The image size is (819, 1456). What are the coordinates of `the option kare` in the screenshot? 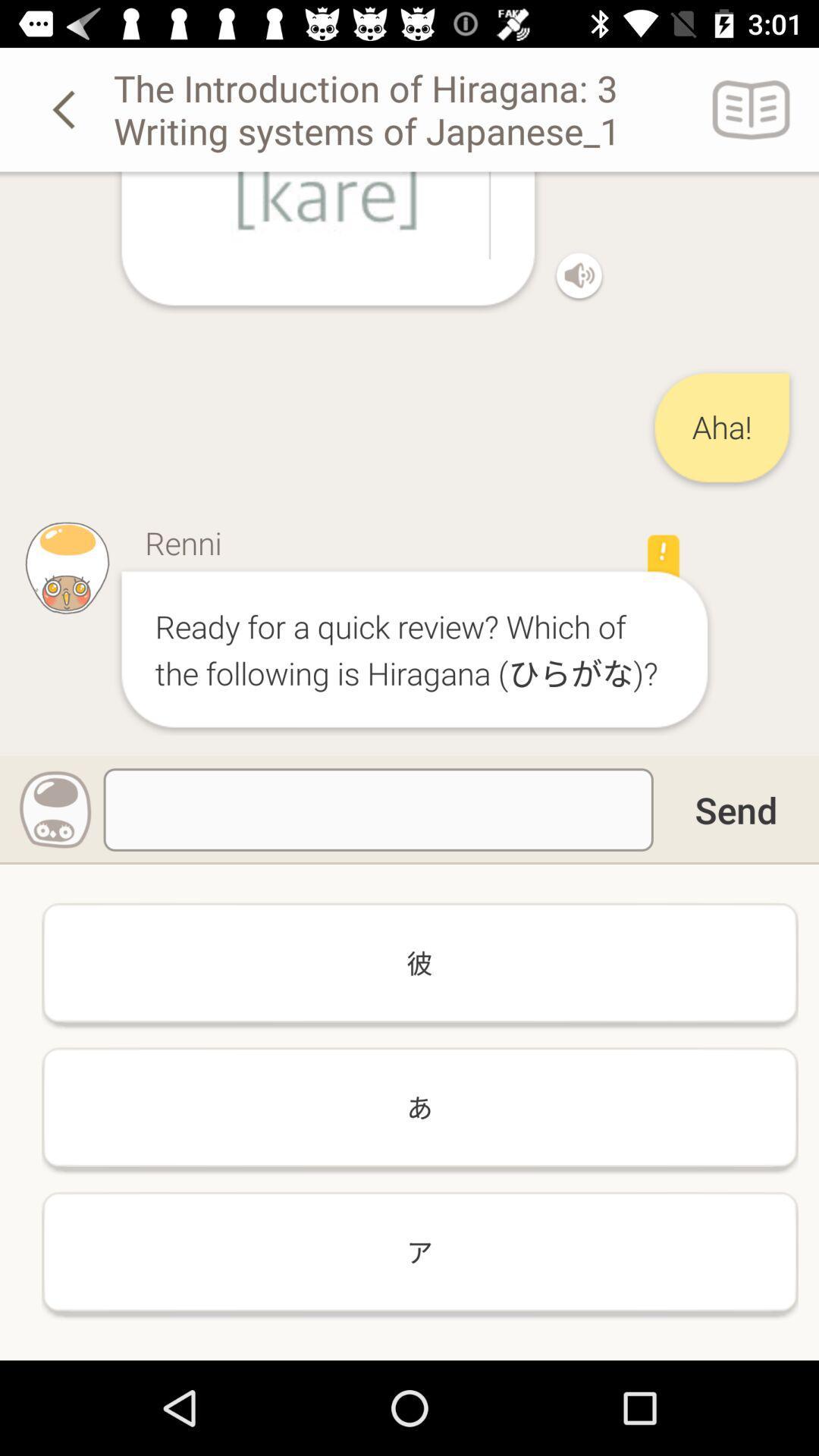 It's located at (327, 216).